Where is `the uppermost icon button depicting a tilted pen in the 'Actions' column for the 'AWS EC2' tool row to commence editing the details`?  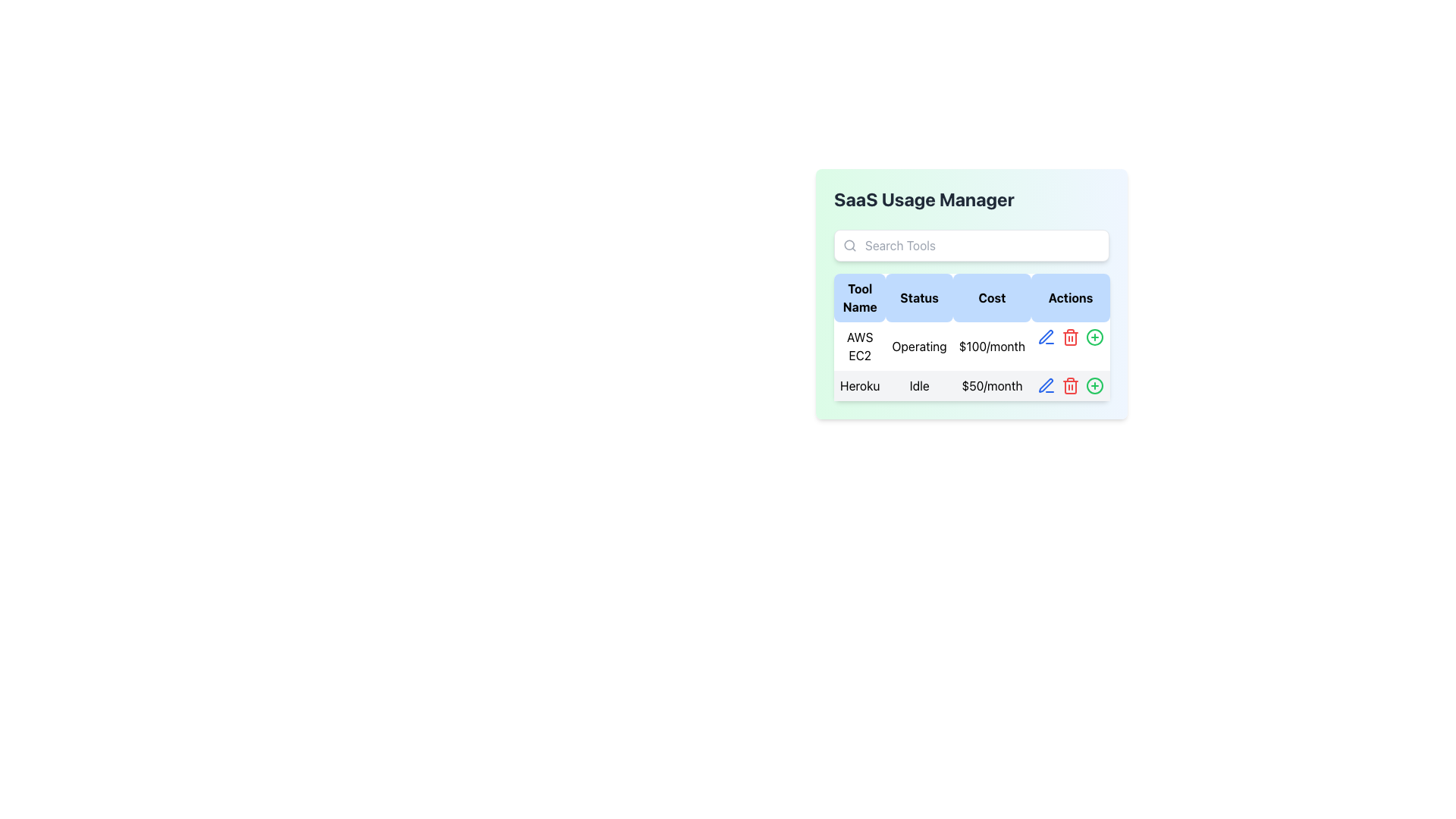
the uppermost icon button depicting a tilted pen in the 'Actions' column for the 'AWS EC2' tool row to commence editing the details is located at coordinates (1045, 384).